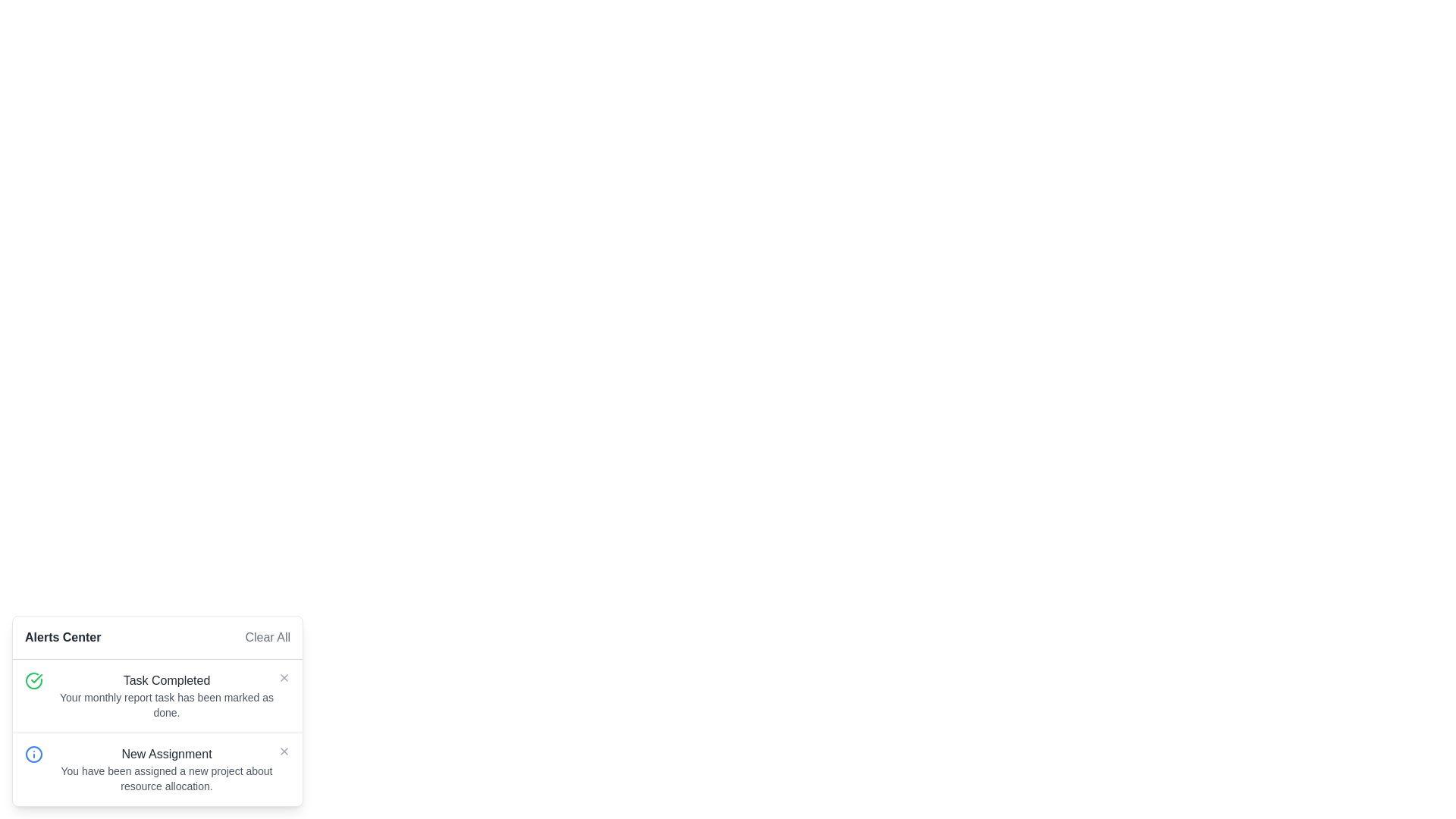  Describe the element at coordinates (284, 752) in the screenshot. I see `the cancel button located at the far-right side of the 'New Assignment' notification` at that location.